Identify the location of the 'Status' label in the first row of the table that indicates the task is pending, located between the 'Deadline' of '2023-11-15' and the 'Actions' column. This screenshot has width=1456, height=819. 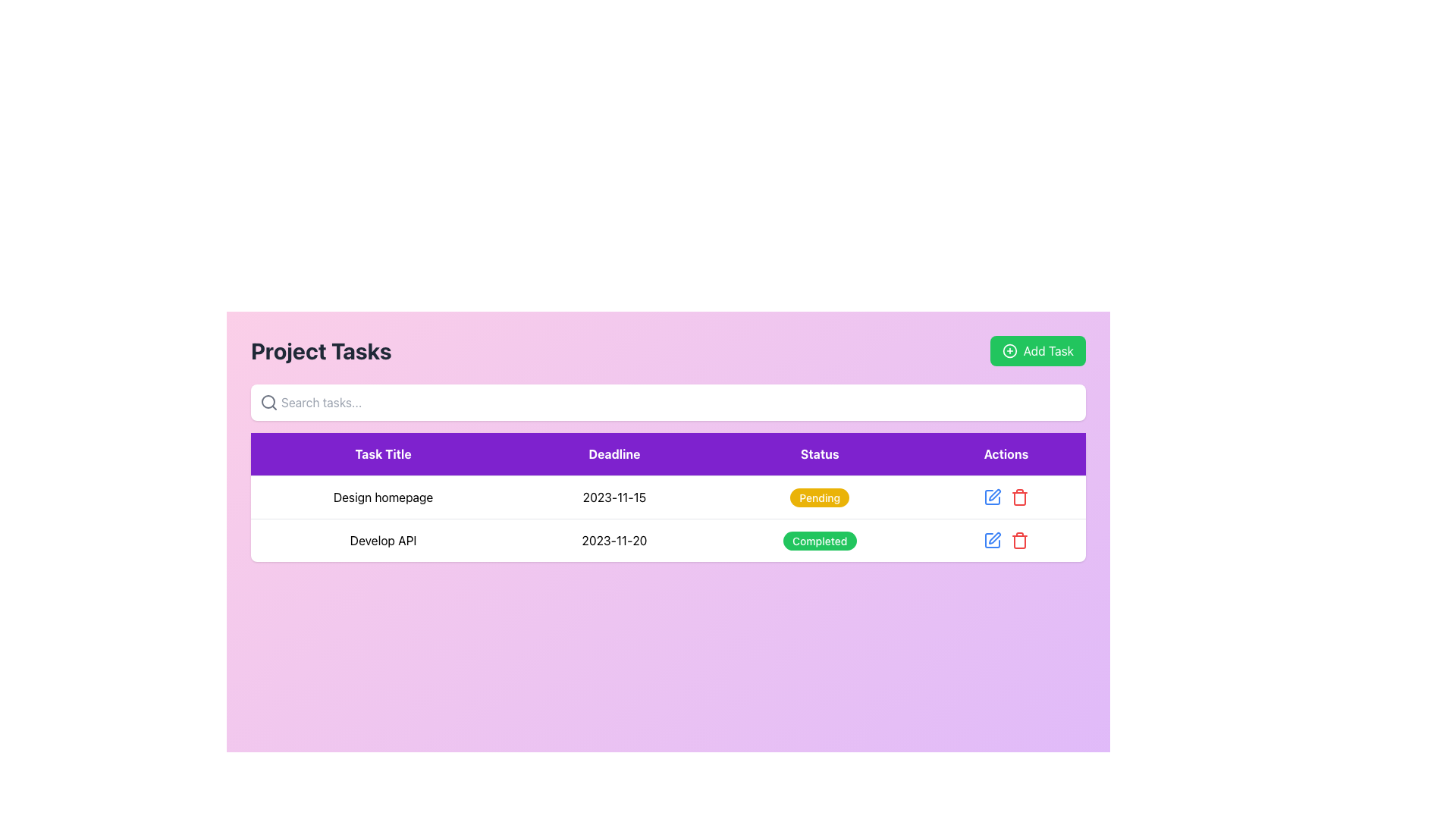
(819, 497).